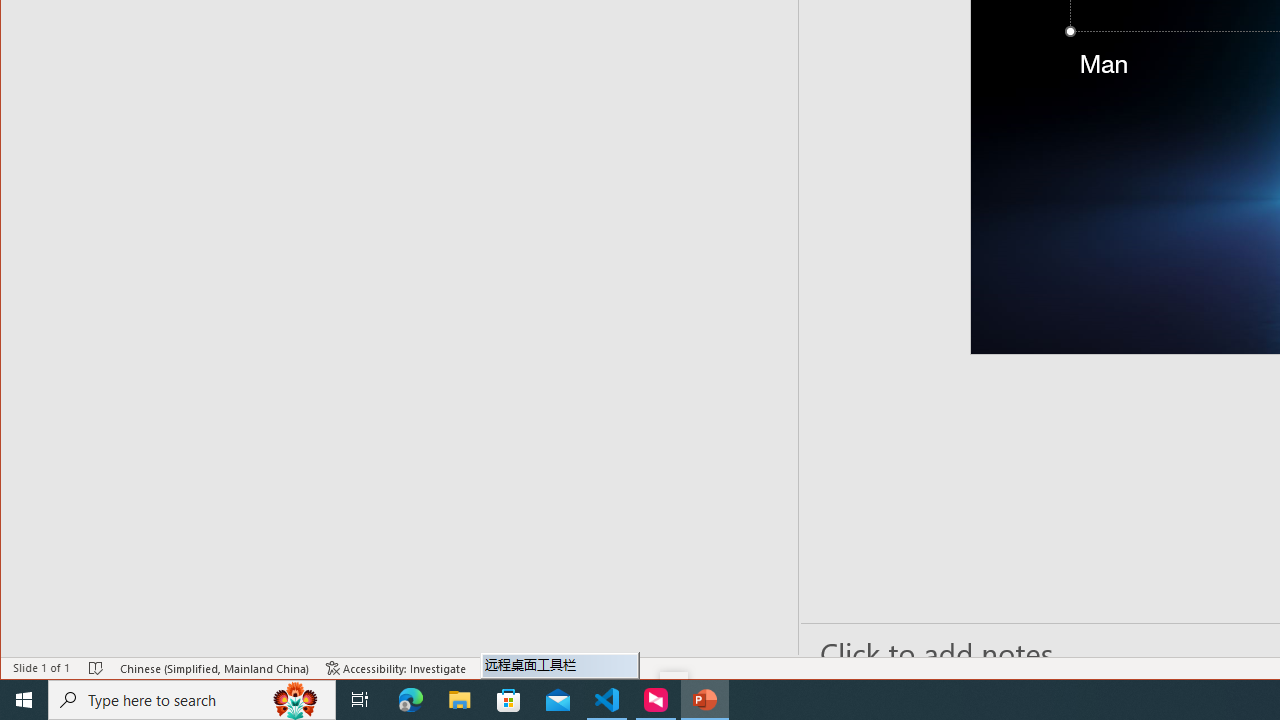  I want to click on 'File Explorer', so click(459, 698).